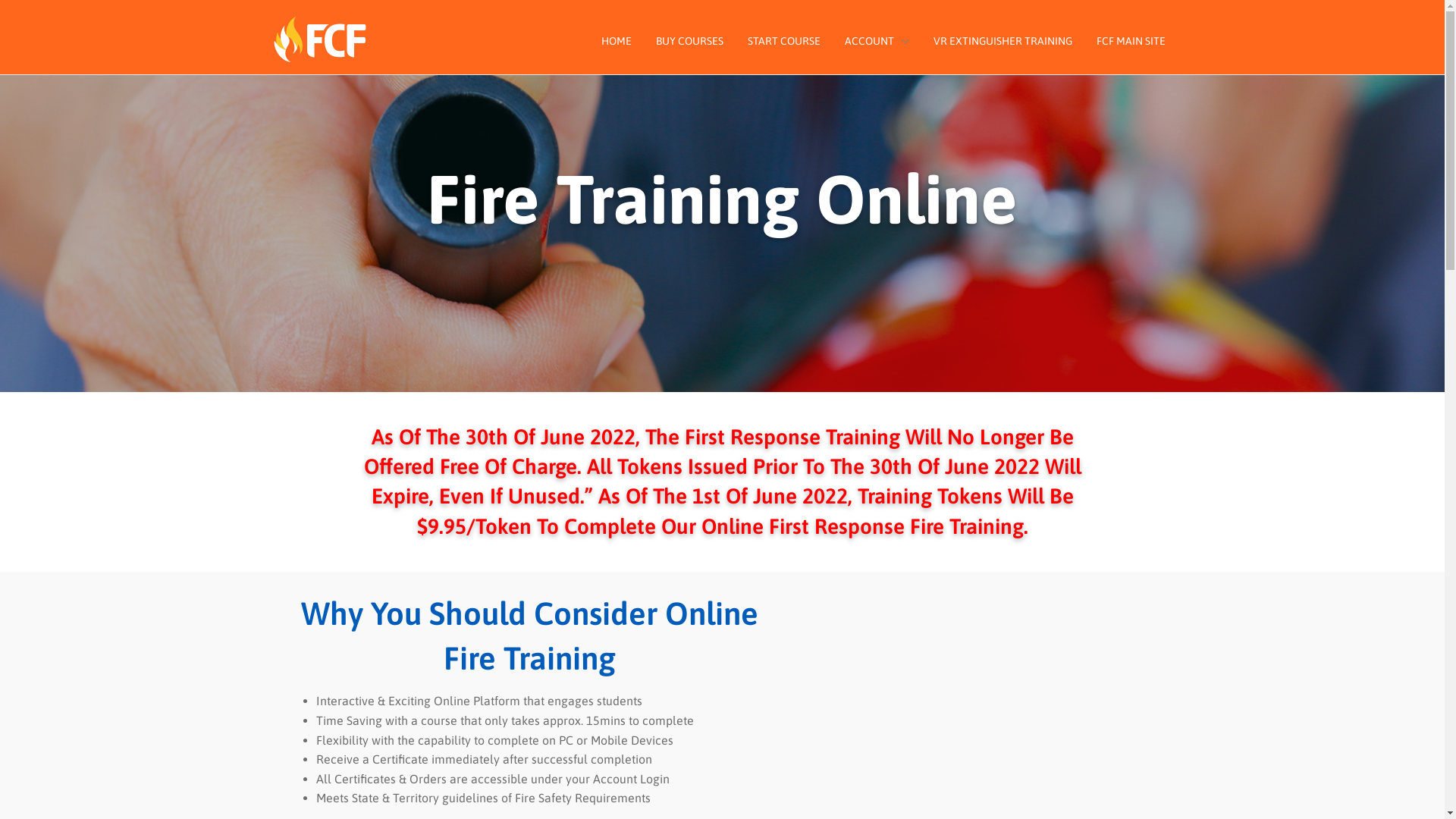  I want to click on 'BUY COURSES', so click(688, 39).